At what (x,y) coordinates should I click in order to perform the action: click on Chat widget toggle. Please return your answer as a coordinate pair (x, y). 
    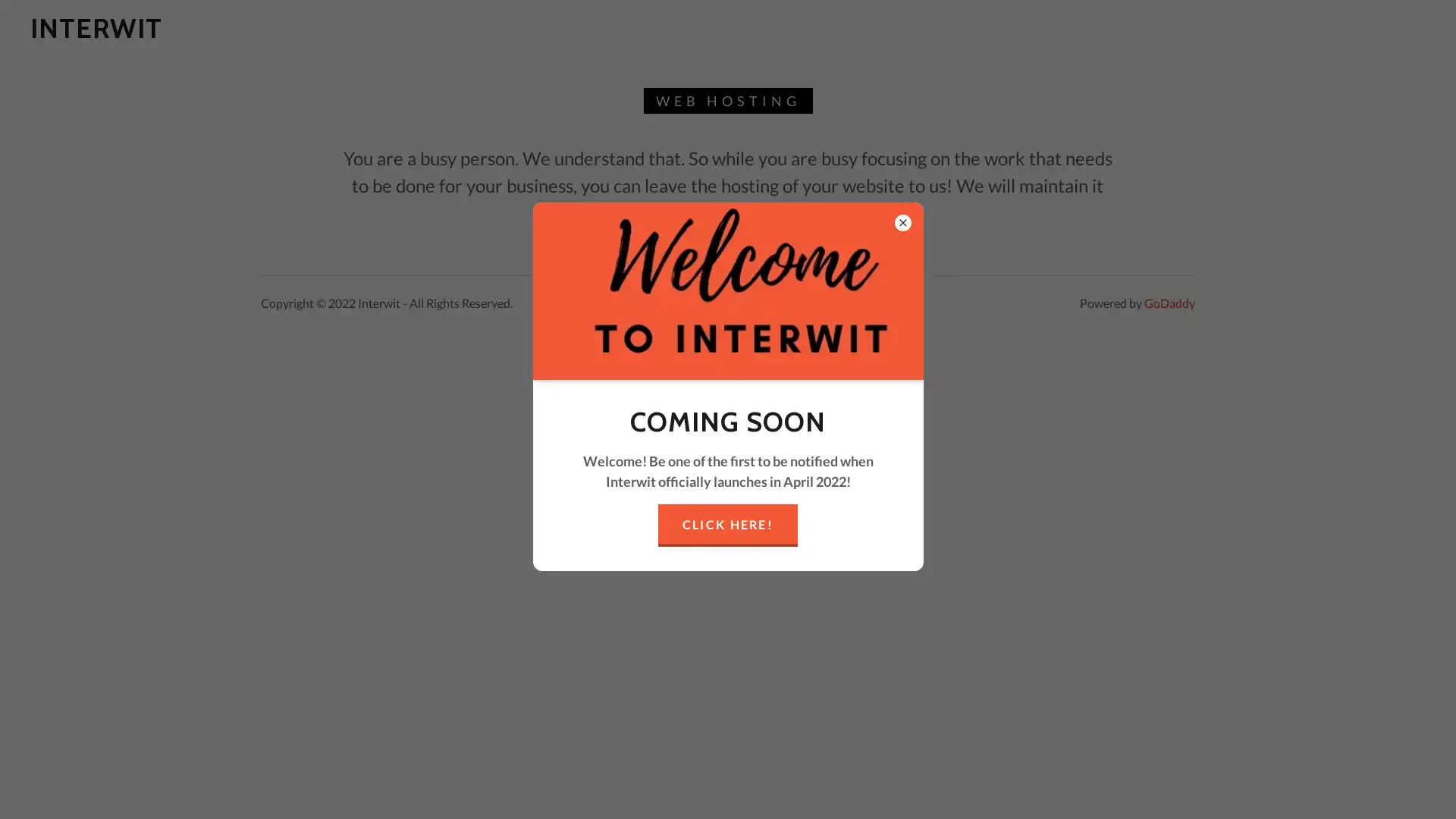
    Looking at the image, I should click on (1416, 780).